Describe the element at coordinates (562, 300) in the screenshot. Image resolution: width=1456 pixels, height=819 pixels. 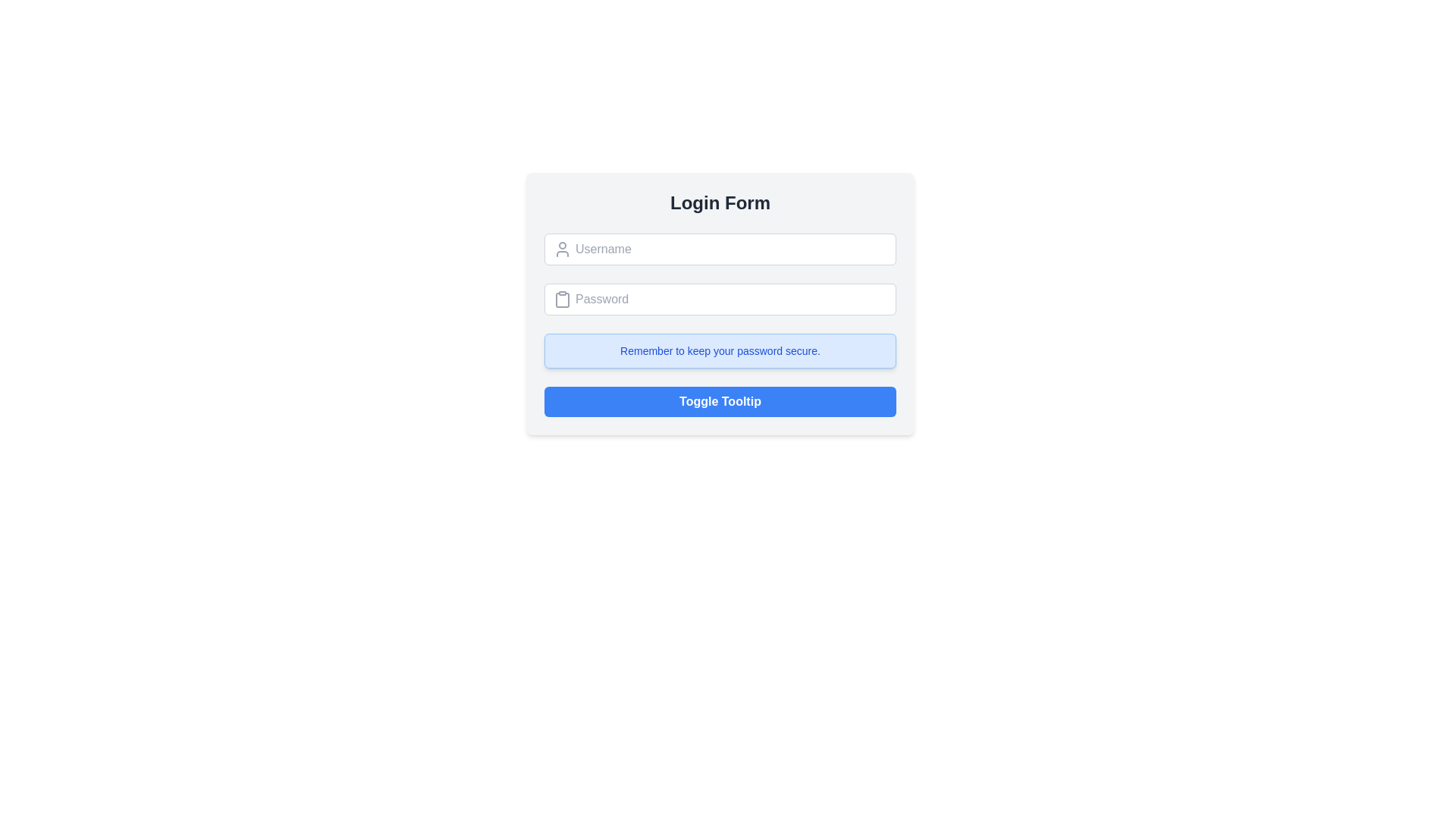
I see `the clipboard icon located to the left of the password input field in the login form` at that location.